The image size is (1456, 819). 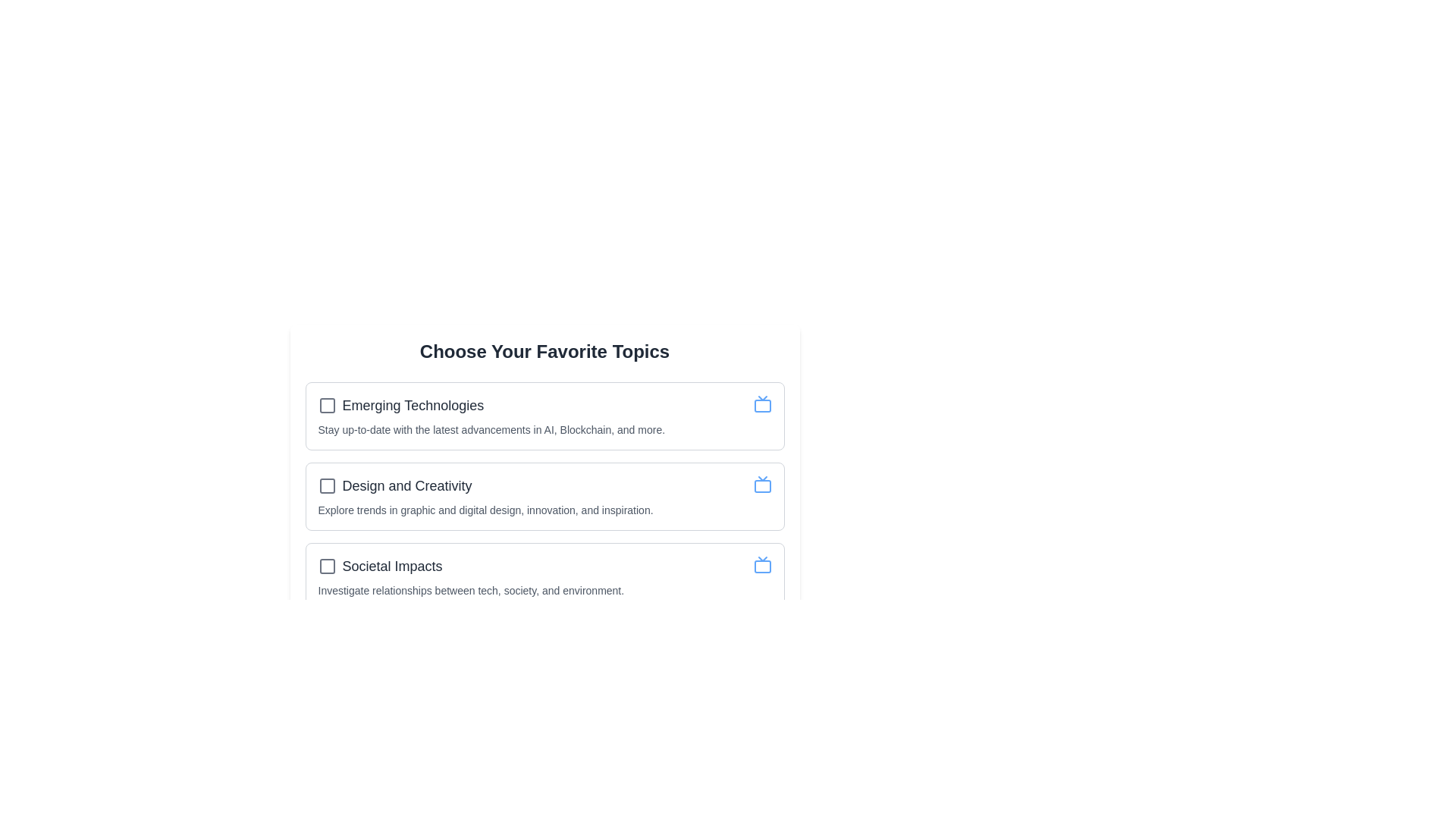 I want to click on the text label displaying 'Societal Impacts' which is part of the selectable list entry for 'Choose Your Favorite Topics', so click(x=392, y=566).